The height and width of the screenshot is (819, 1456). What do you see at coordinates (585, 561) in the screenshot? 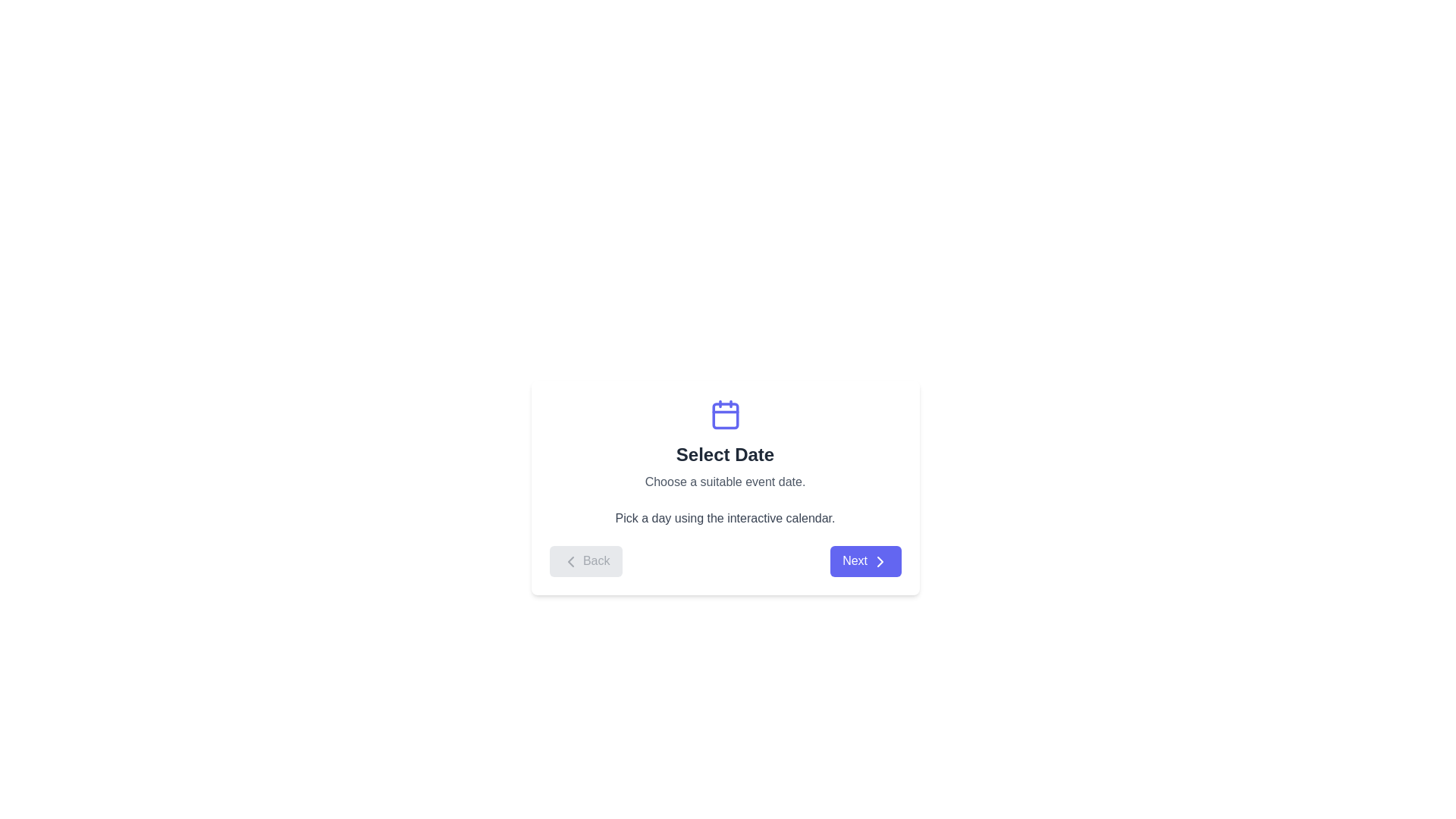
I see `the 'Back' button to navigate to the previous step` at bounding box center [585, 561].